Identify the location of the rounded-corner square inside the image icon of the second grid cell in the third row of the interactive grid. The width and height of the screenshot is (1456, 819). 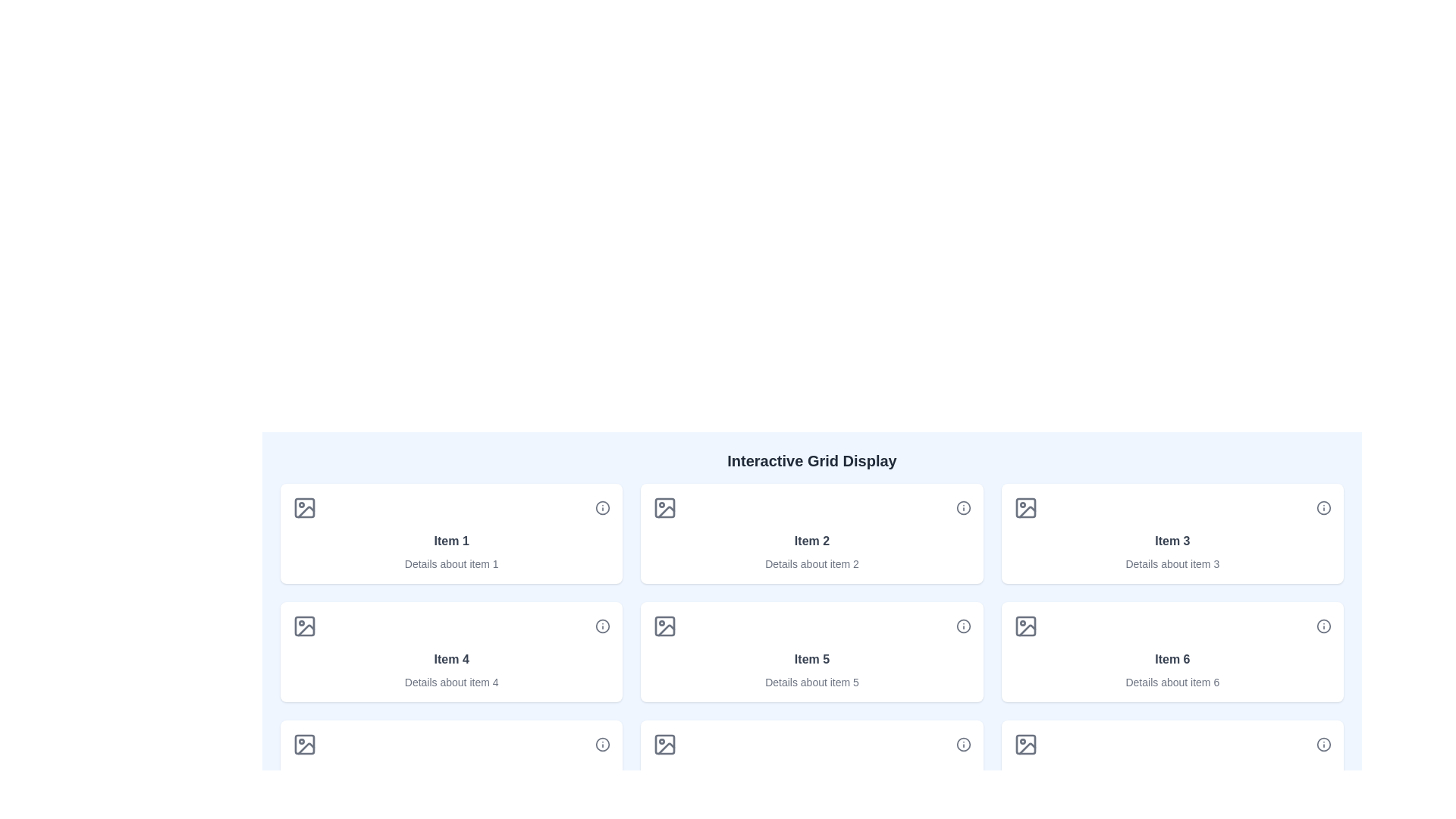
(665, 744).